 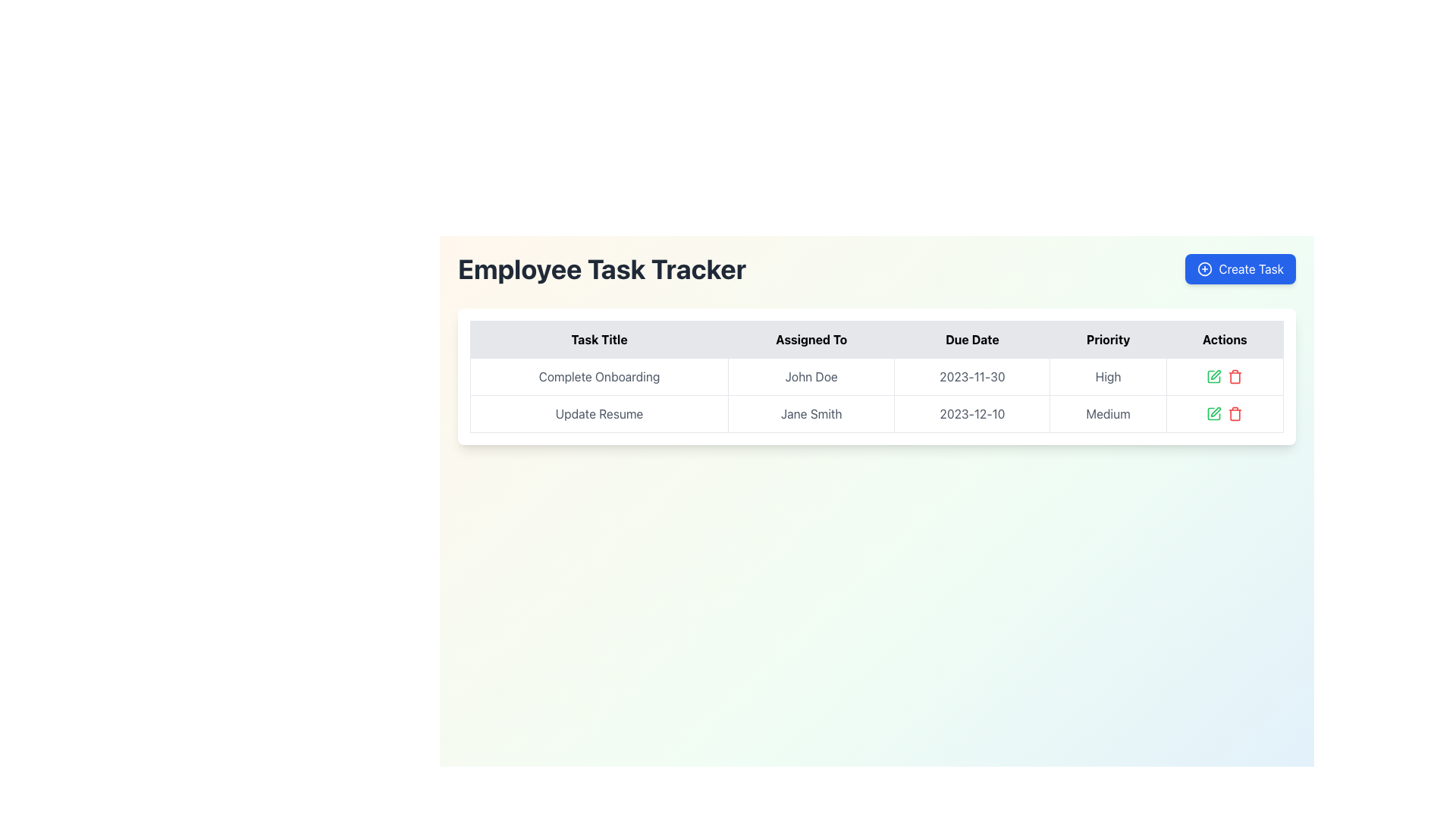 What do you see at coordinates (972, 414) in the screenshot?
I see `the Text display element that shows the due date for the task 'Update Resume' assigned to 'Jane Smith' in the second row of the table under the 'Due Date' column` at bounding box center [972, 414].